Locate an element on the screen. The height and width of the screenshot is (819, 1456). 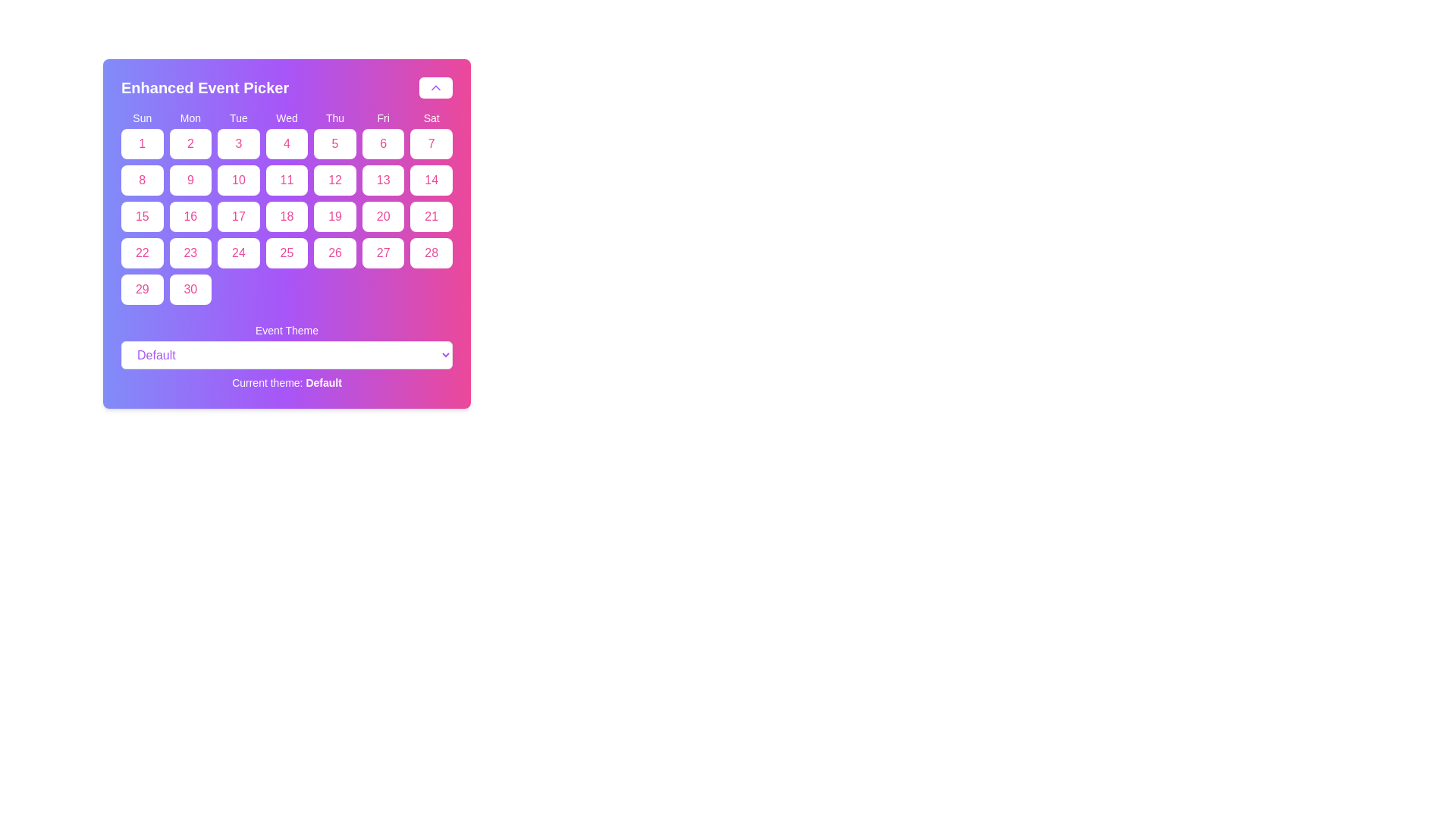
the button labeled '20' in the third row and sixth column of the calendar grid is located at coordinates (383, 216).